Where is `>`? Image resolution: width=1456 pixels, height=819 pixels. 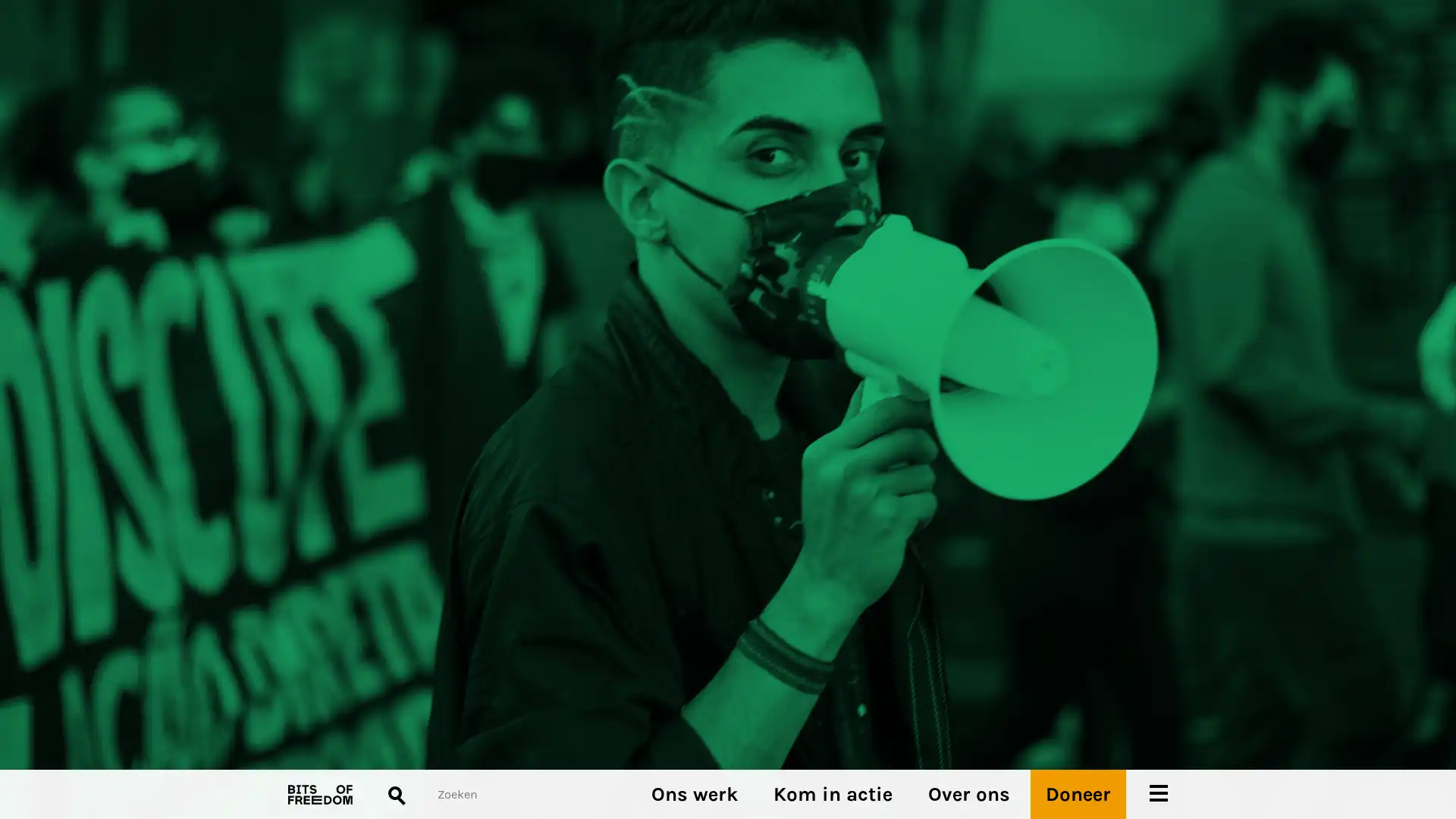 > is located at coordinates (757, 467).